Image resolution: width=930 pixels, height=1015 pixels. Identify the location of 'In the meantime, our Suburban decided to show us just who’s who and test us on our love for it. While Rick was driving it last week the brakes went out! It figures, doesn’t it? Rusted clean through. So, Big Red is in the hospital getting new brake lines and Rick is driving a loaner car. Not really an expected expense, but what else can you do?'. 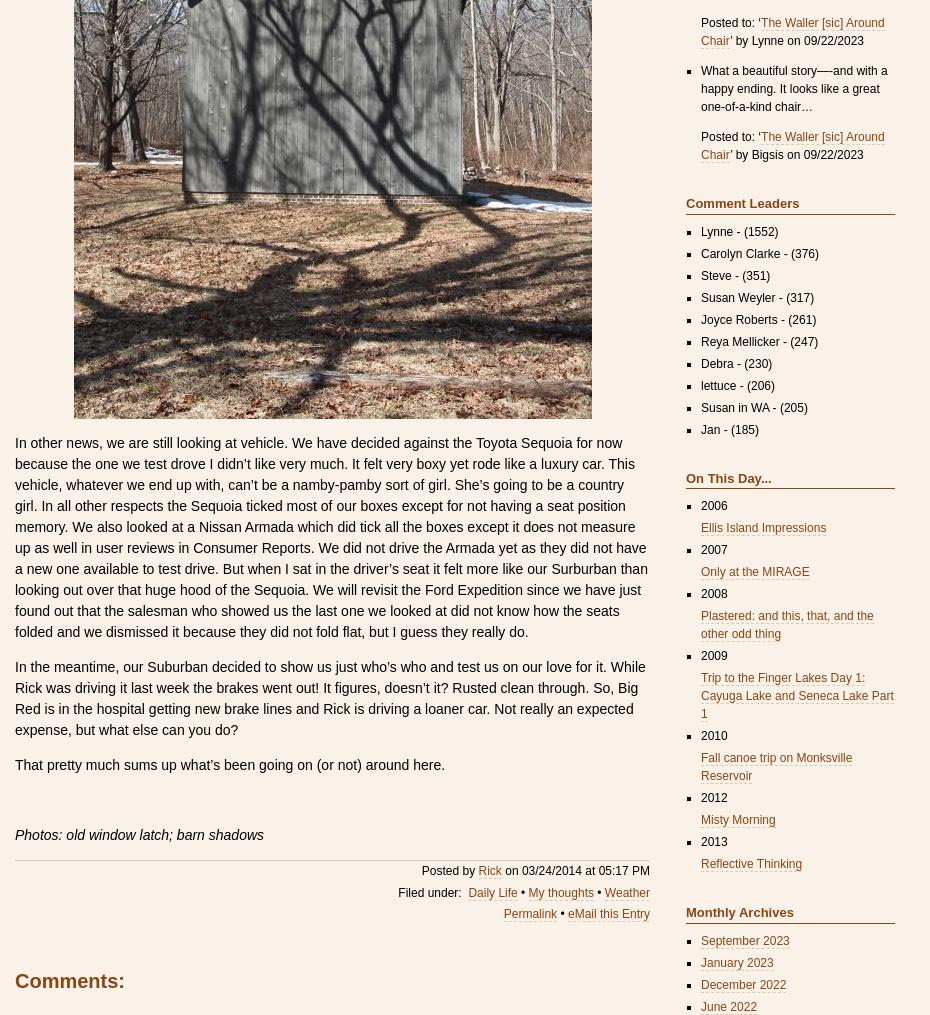
(328, 697).